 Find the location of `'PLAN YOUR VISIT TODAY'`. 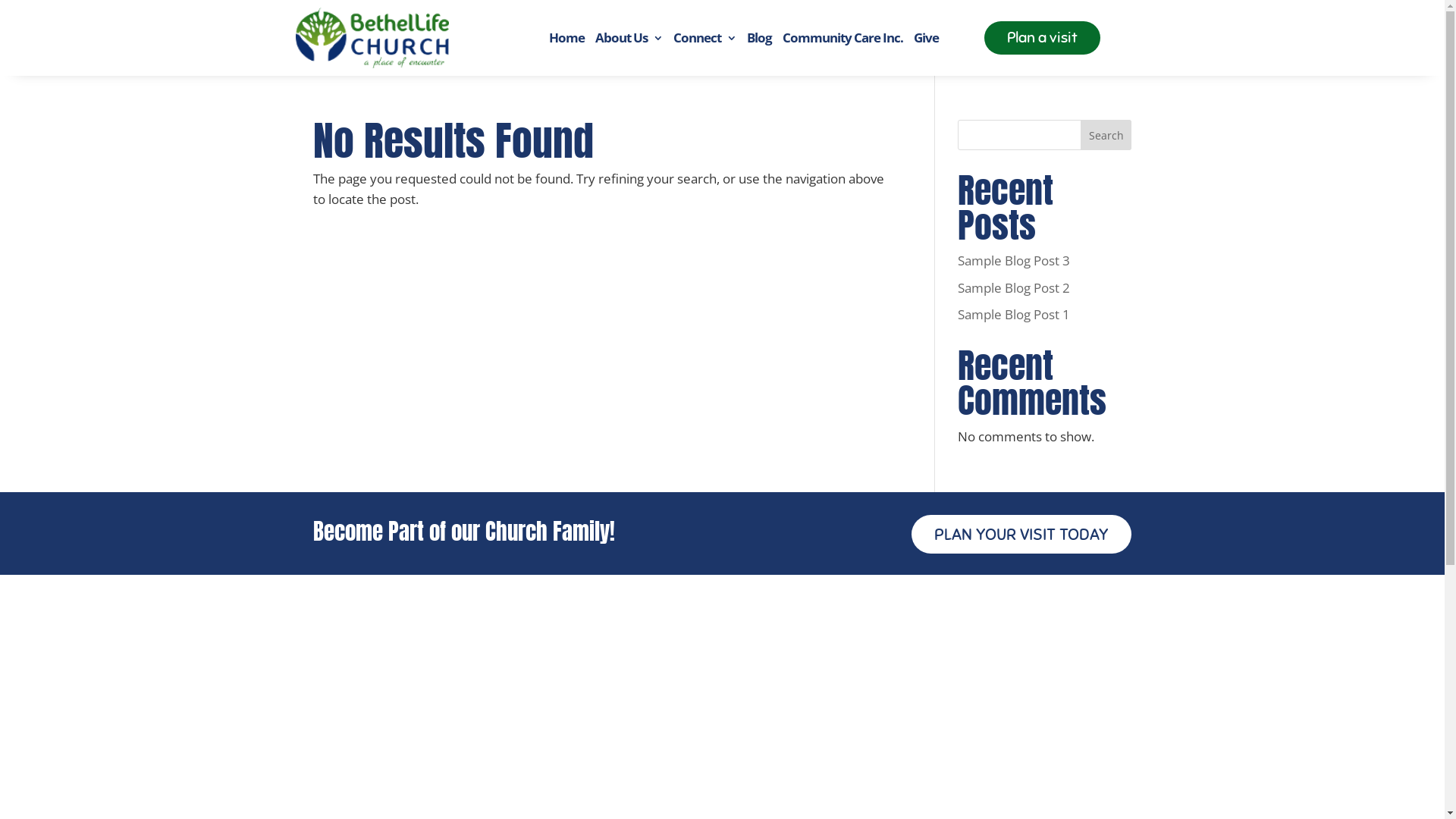

'PLAN YOUR VISIT TODAY' is located at coordinates (1021, 533).